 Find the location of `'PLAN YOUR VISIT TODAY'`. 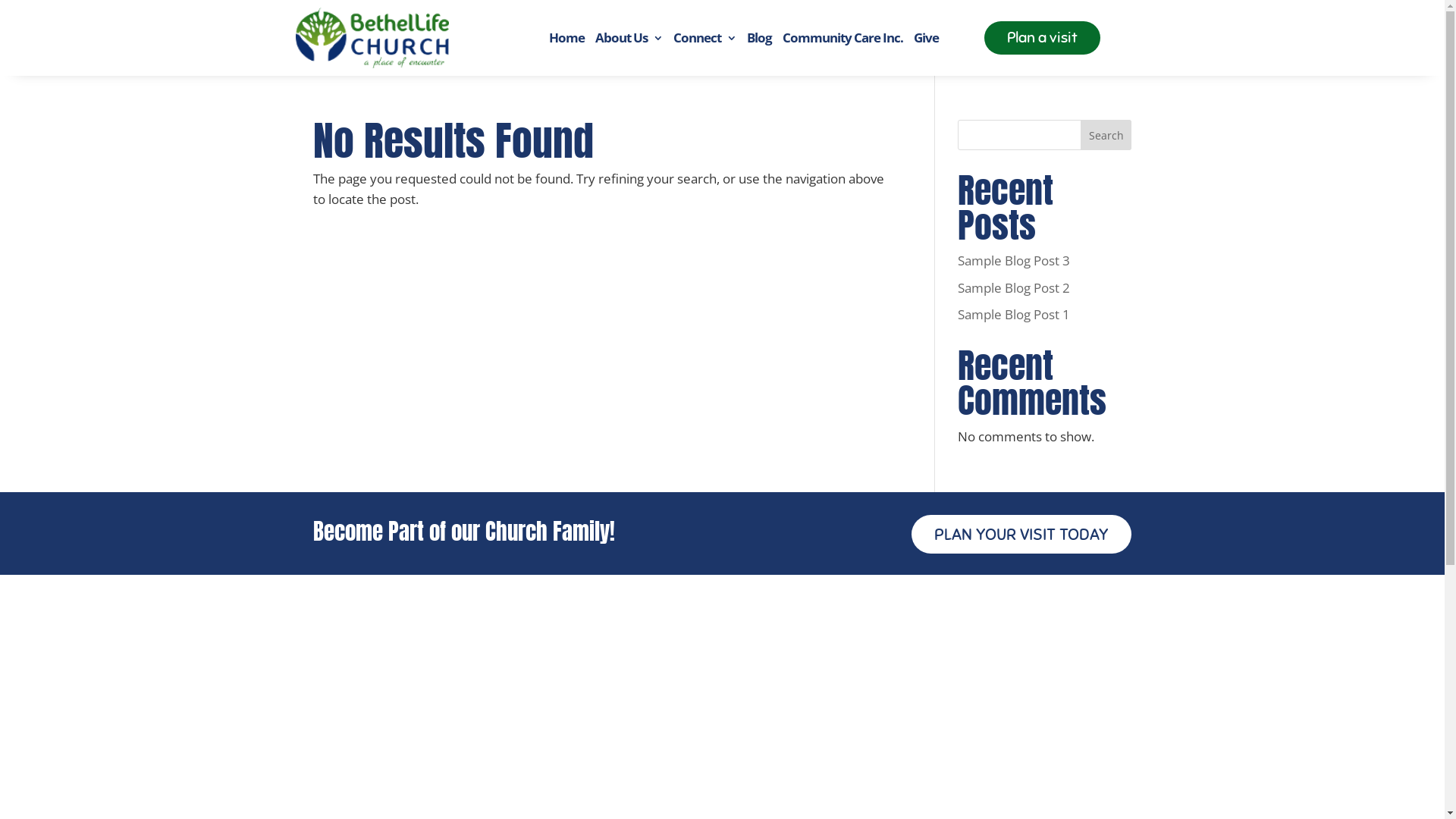

'PLAN YOUR VISIT TODAY' is located at coordinates (1021, 533).